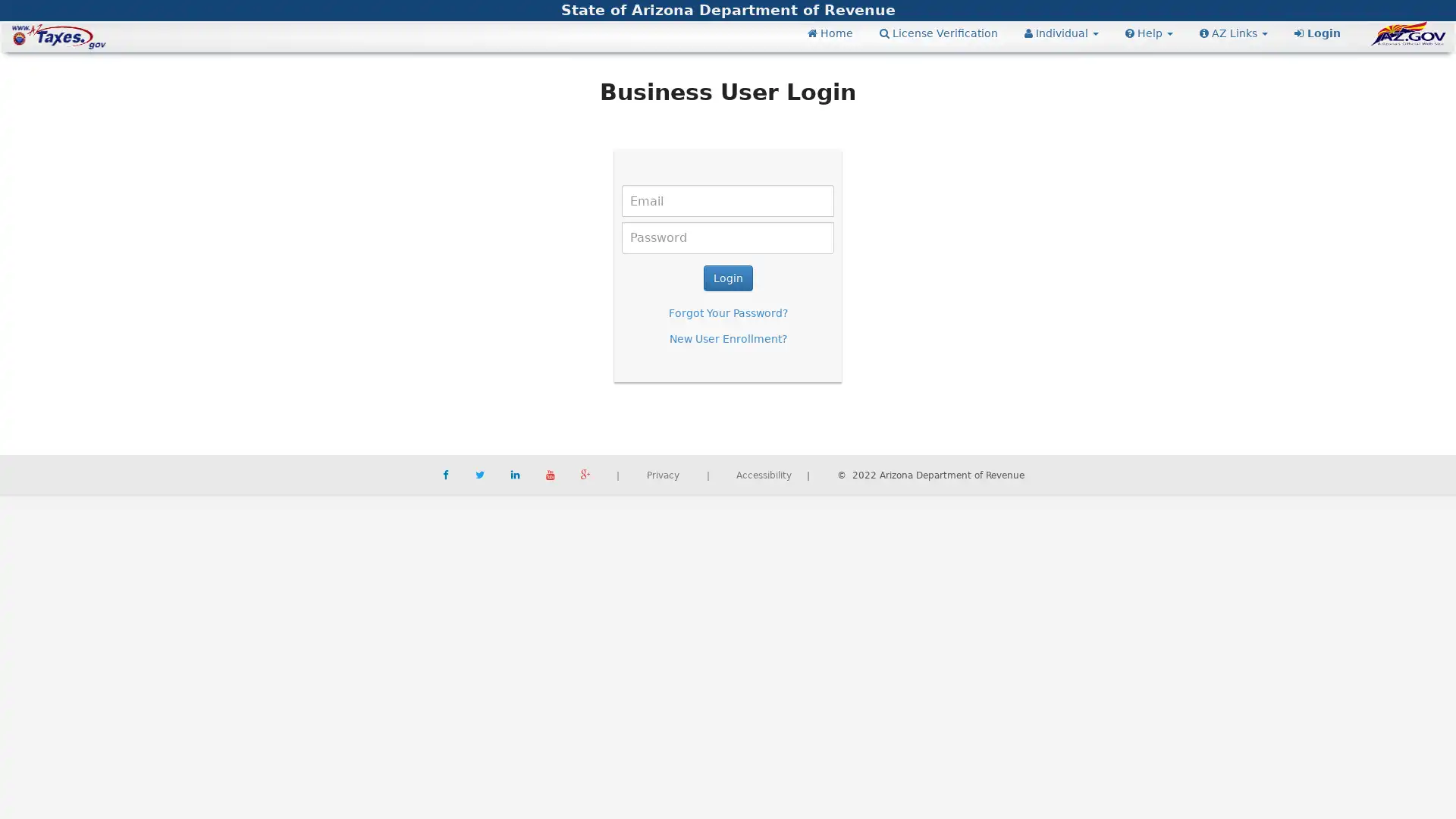 The width and height of the screenshot is (1456, 819). What do you see at coordinates (726, 312) in the screenshot?
I see `Forgot Your Password?` at bounding box center [726, 312].